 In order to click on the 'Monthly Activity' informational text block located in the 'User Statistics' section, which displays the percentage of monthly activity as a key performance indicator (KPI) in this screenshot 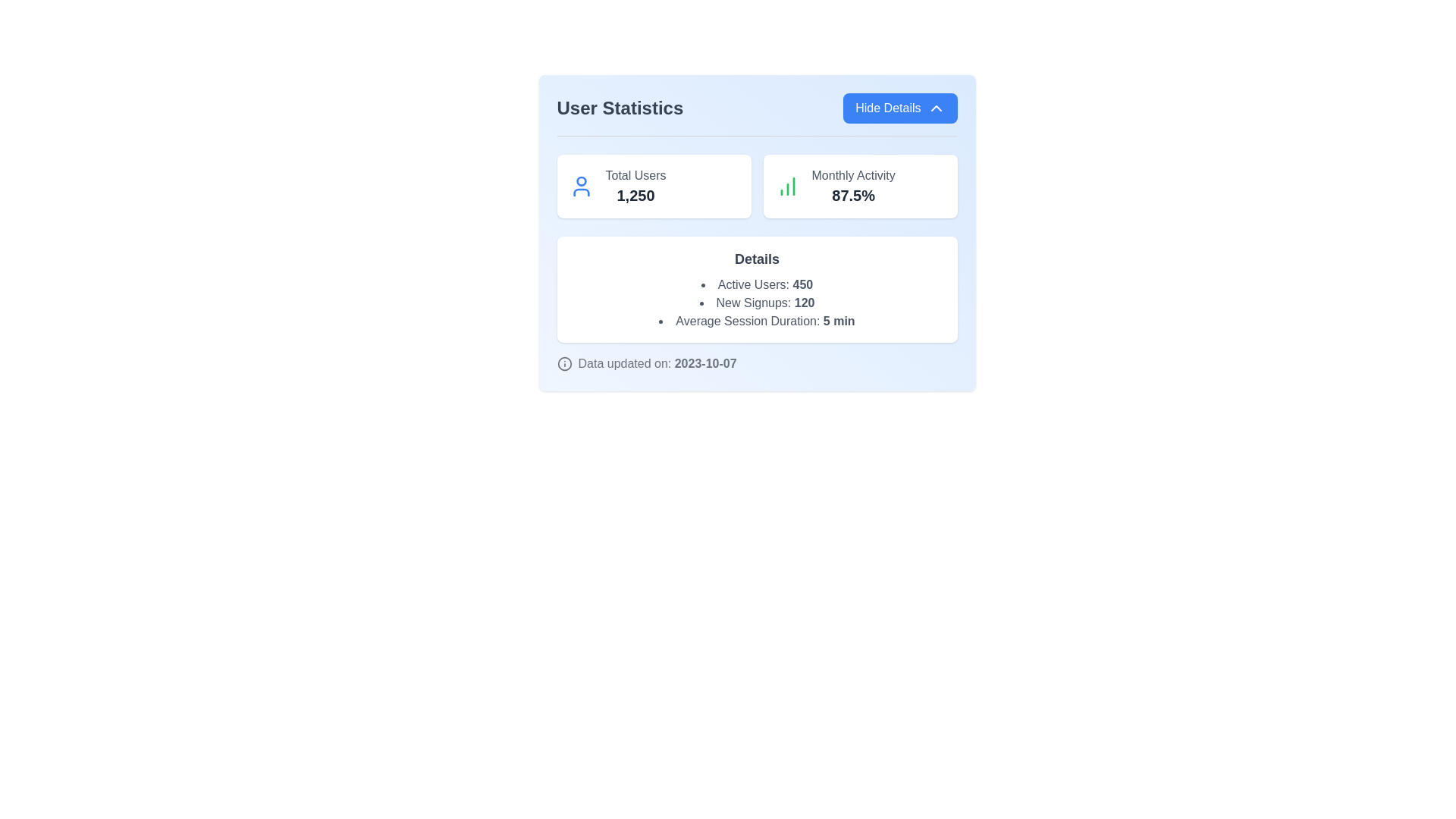, I will do `click(853, 186)`.